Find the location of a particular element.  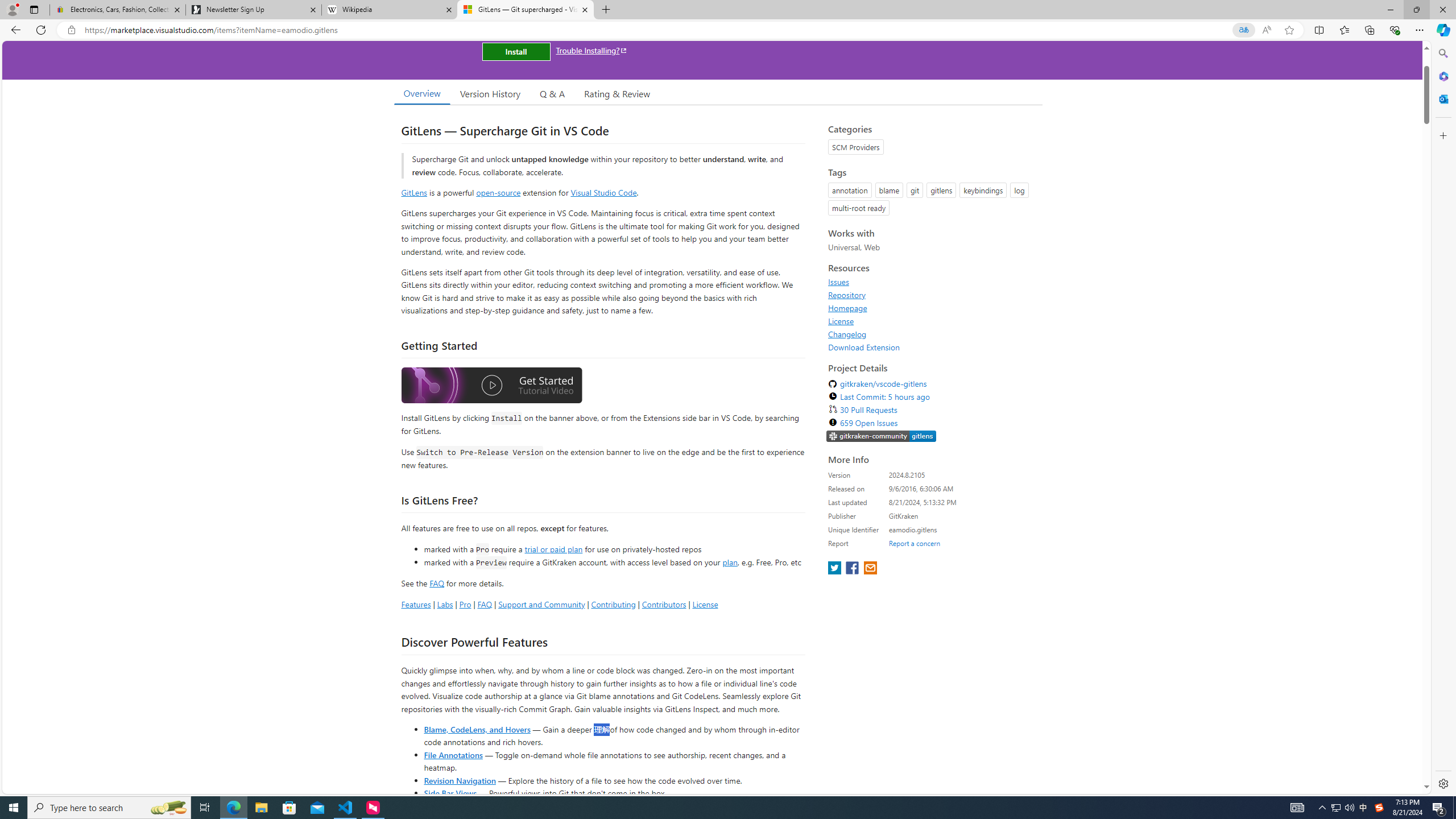

'Contributing' is located at coordinates (614, 603).